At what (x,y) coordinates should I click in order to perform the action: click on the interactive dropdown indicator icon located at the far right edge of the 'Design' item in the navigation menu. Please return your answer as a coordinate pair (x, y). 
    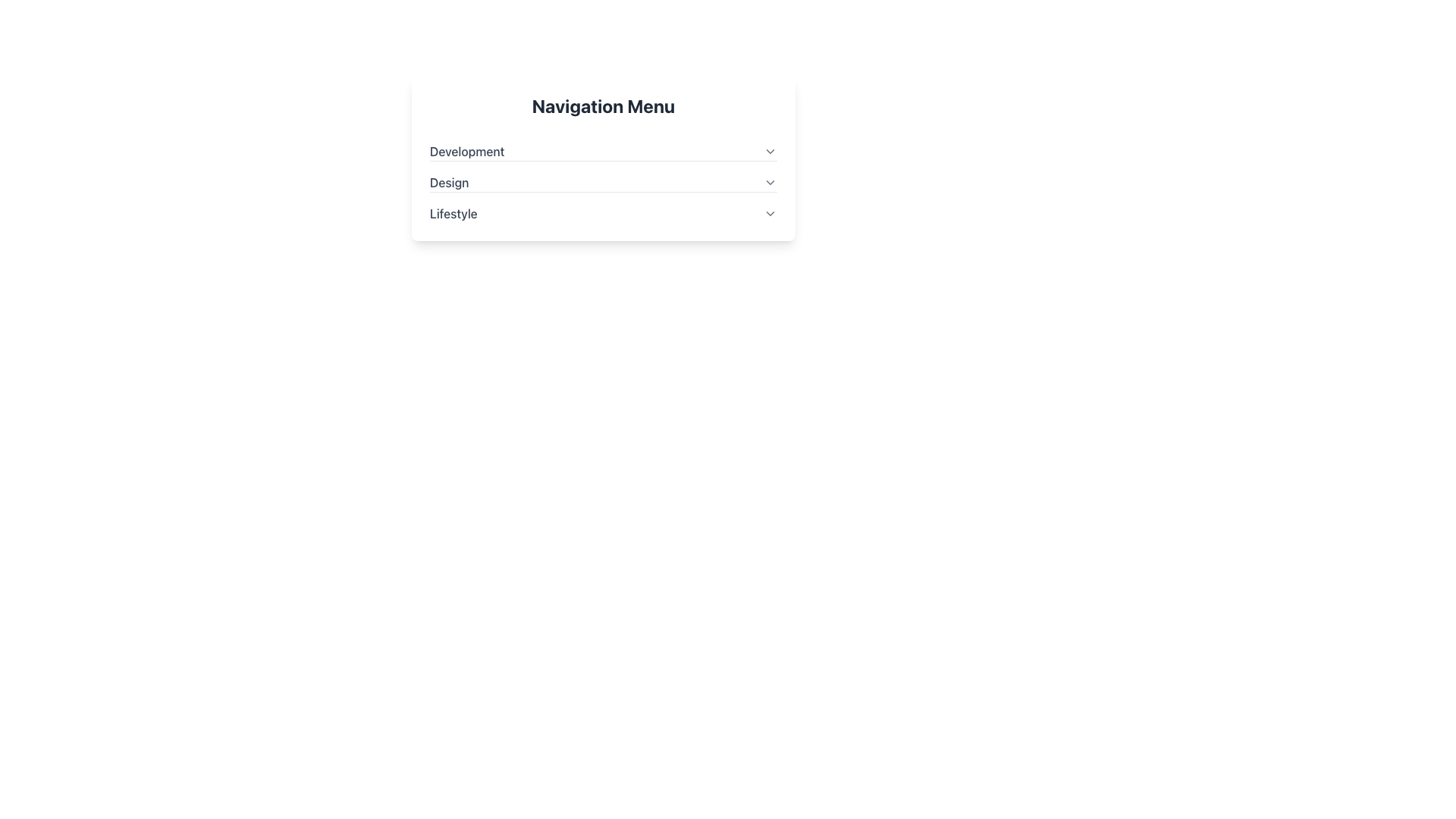
    Looking at the image, I should click on (770, 181).